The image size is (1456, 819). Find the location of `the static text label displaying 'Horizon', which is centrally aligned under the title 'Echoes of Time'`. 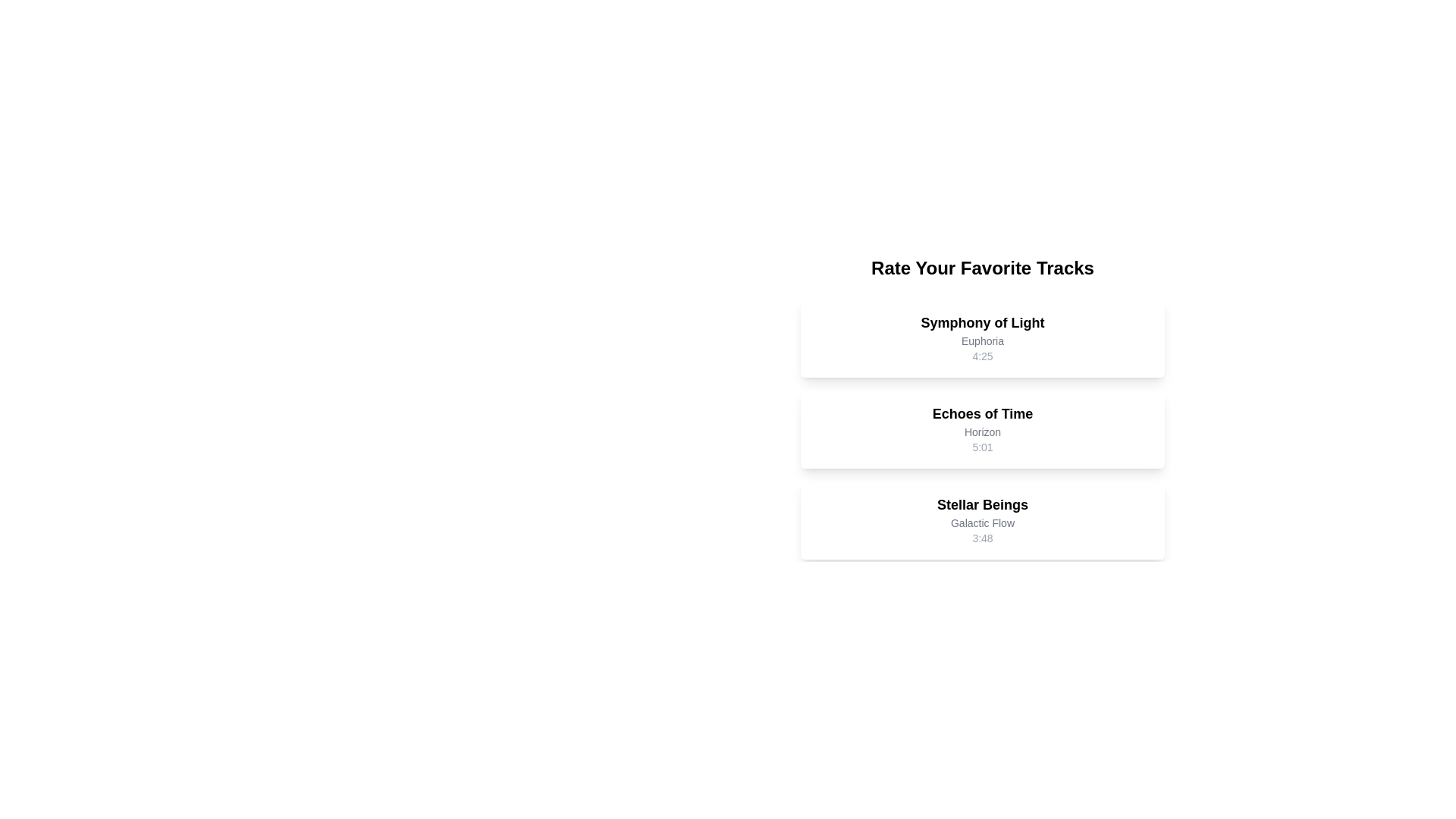

the static text label displaying 'Horizon', which is centrally aligned under the title 'Echoes of Time' is located at coordinates (983, 432).